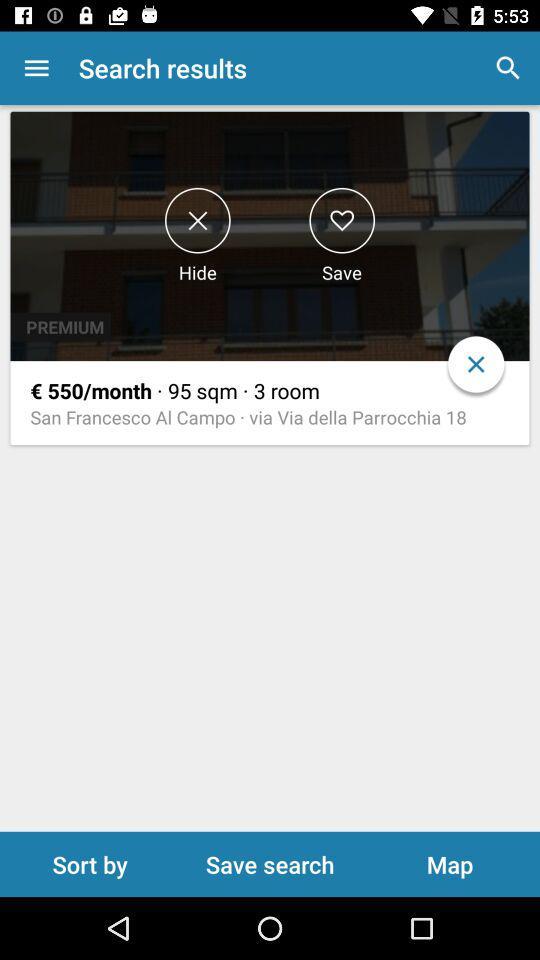 The width and height of the screenshot is (540, 960). What do you see at coordinates (270, 863) in the screenshot?
I see `save search` at bounding box center [270, 863].